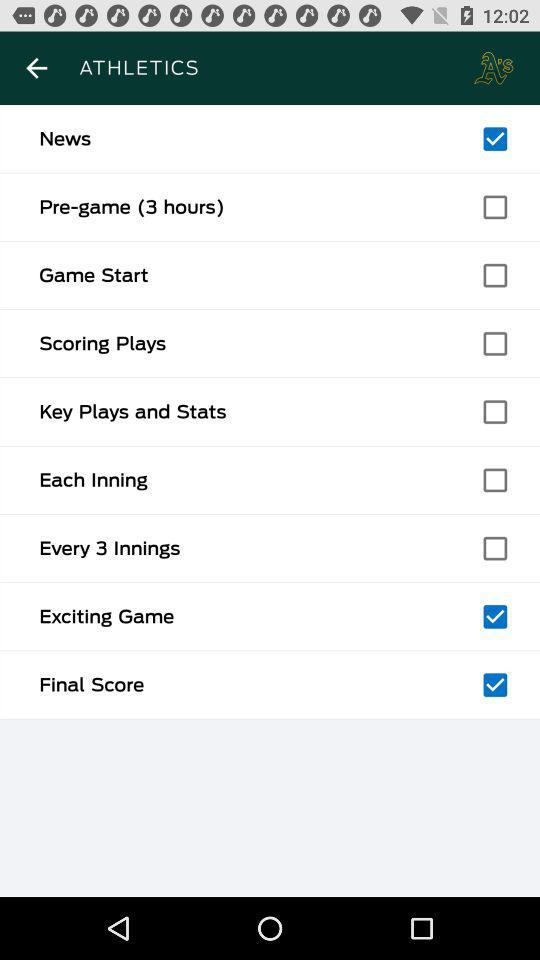  I want to click on check box option, so click(494, 274).